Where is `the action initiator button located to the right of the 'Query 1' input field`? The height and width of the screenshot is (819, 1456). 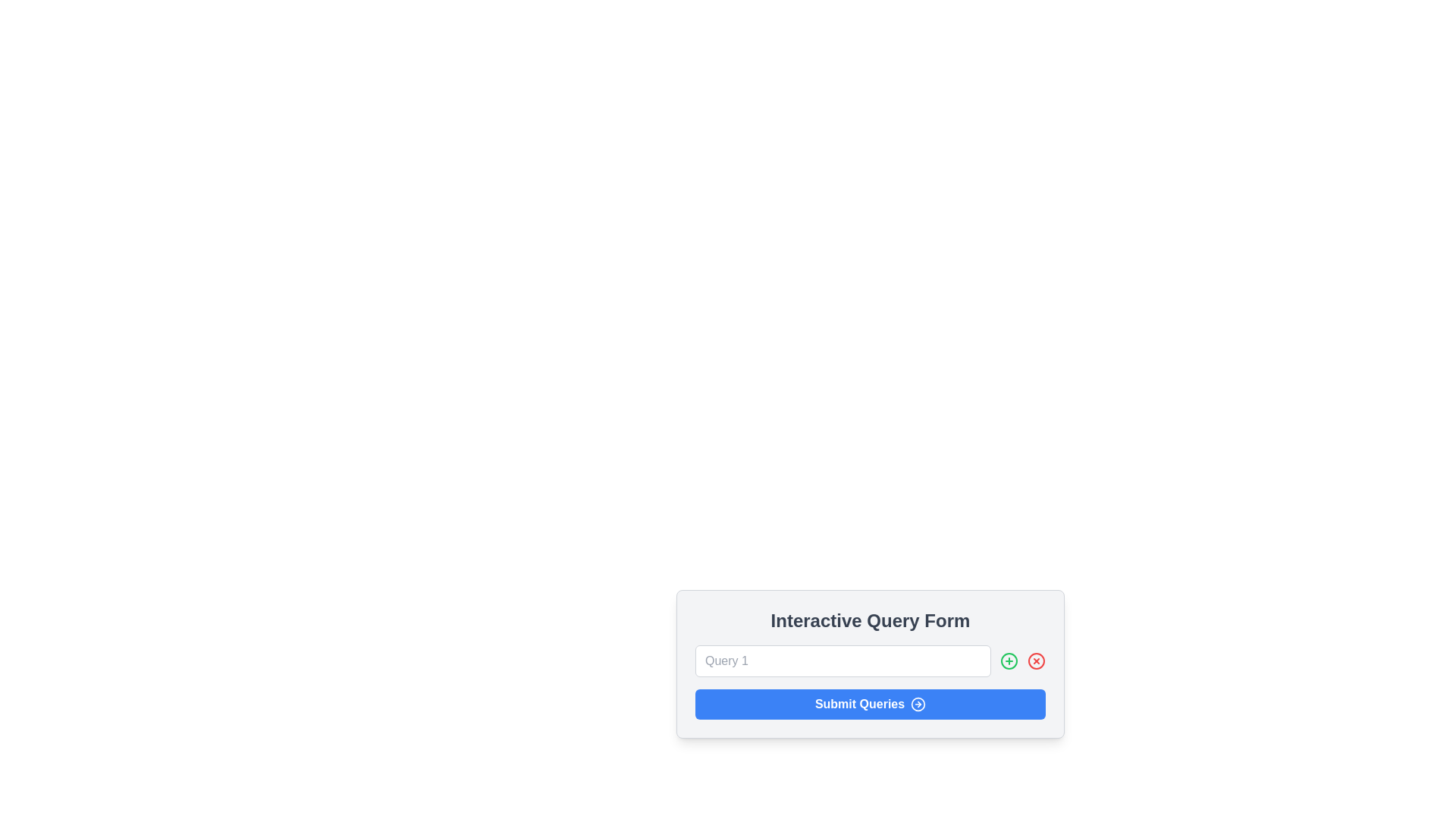 the action initiator button located to the right of the 'Query 1' input field is located at coordinates (1009, 660).